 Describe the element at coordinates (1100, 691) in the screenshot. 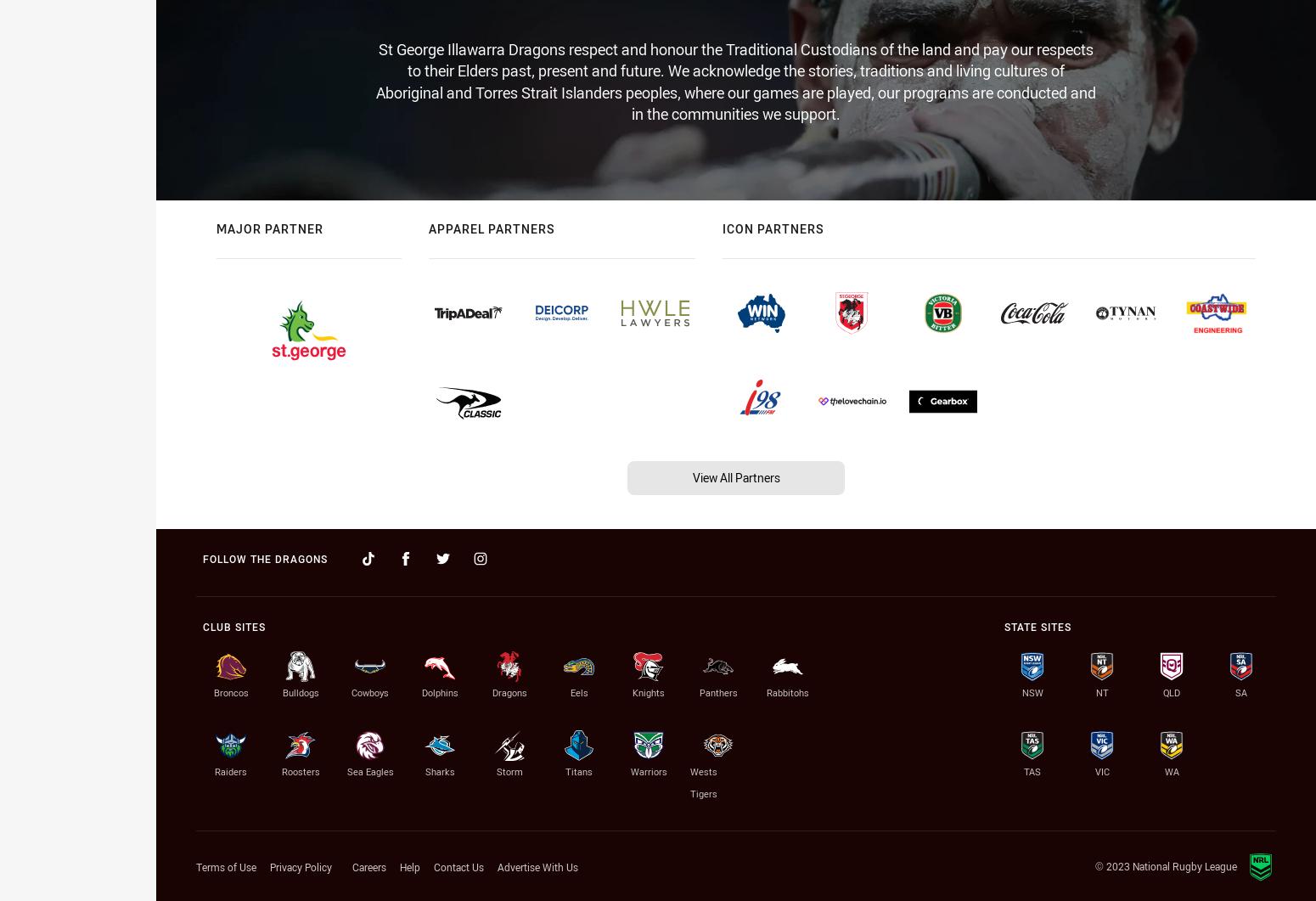

I see `'NT'` at that location.